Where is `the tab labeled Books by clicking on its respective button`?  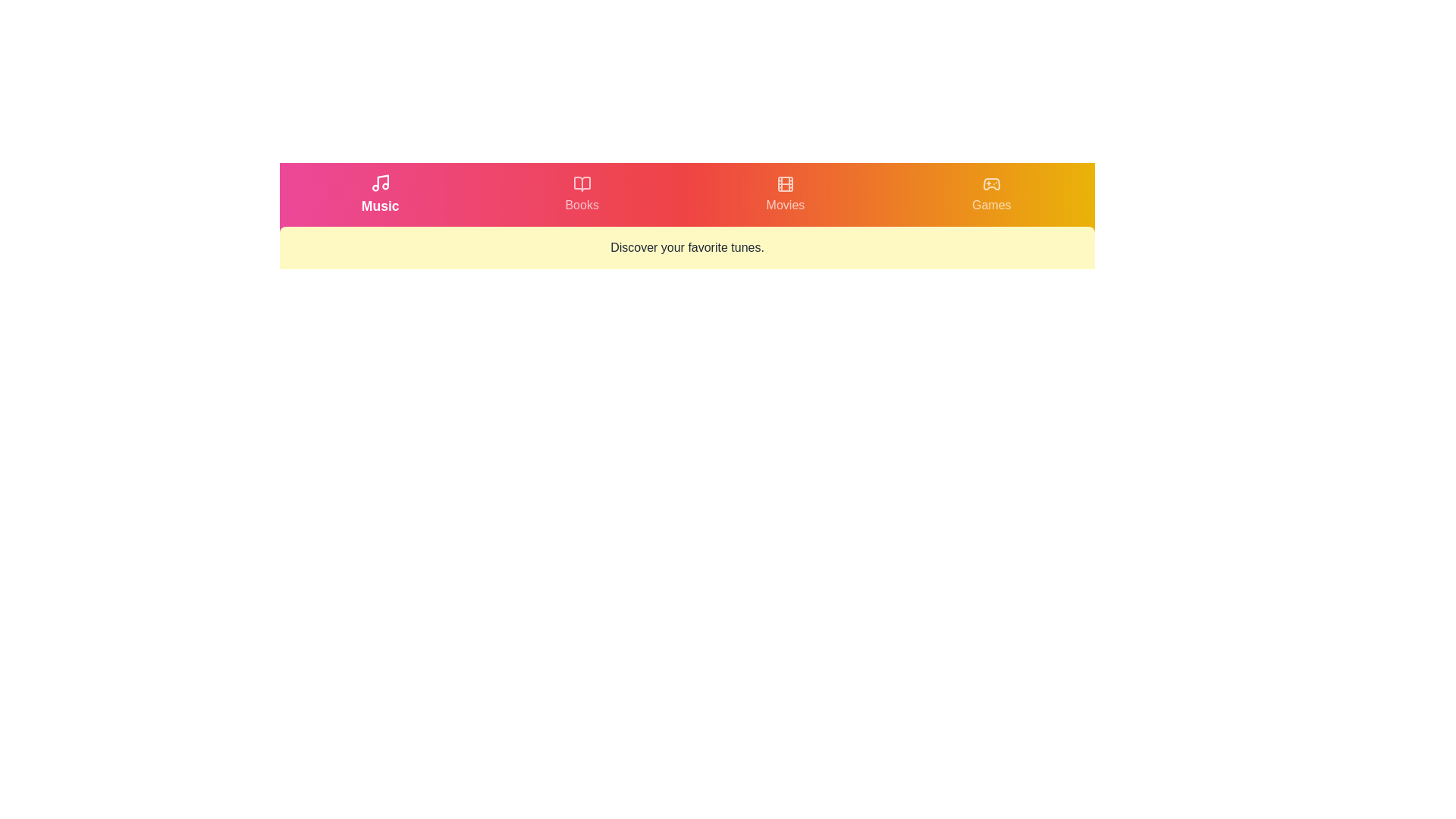 the tab labeled Books by clicking on its respective button is located at coordinates (582, 194).